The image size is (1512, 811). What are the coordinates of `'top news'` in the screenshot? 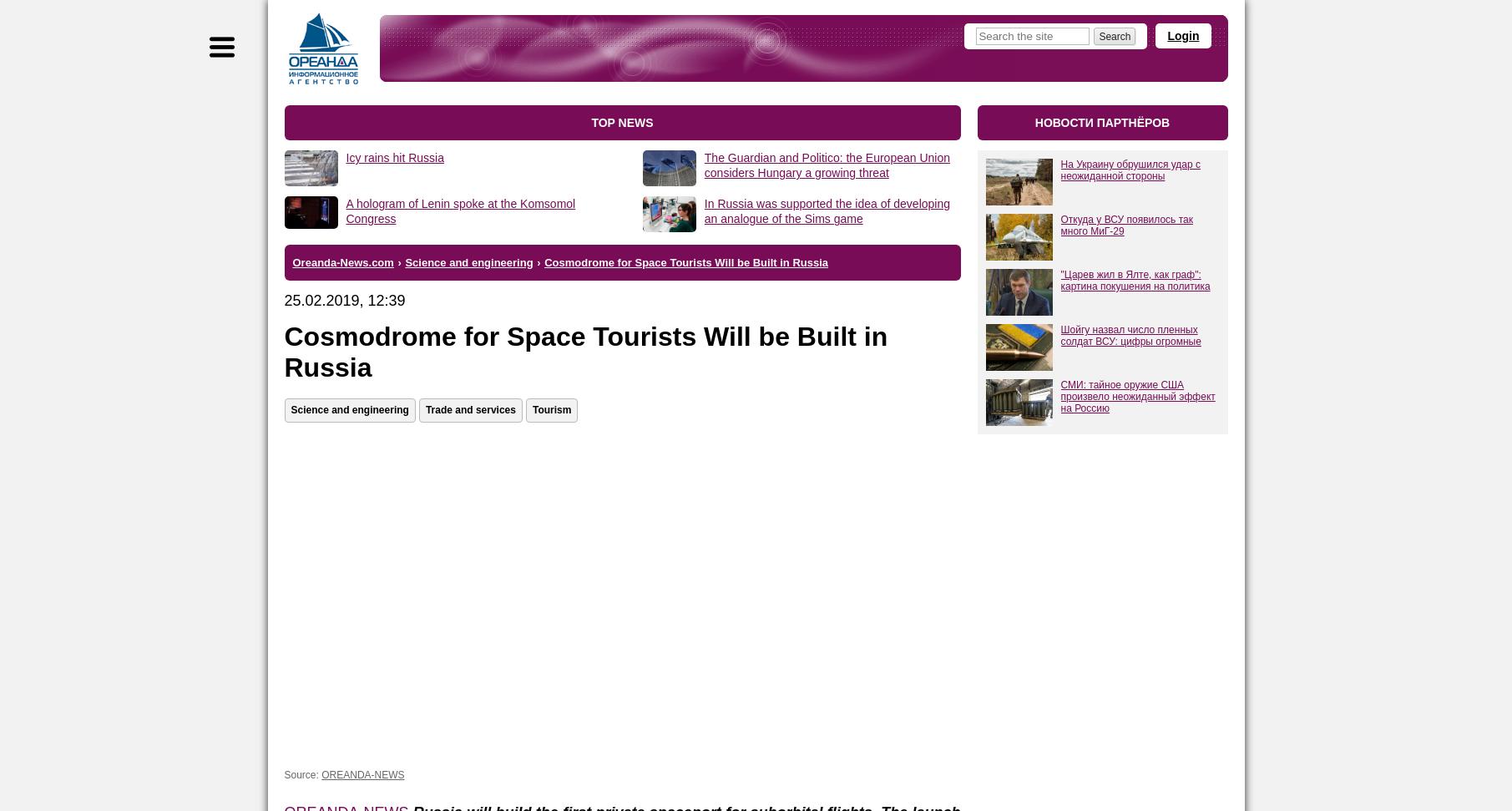 It's located at (621, 123).